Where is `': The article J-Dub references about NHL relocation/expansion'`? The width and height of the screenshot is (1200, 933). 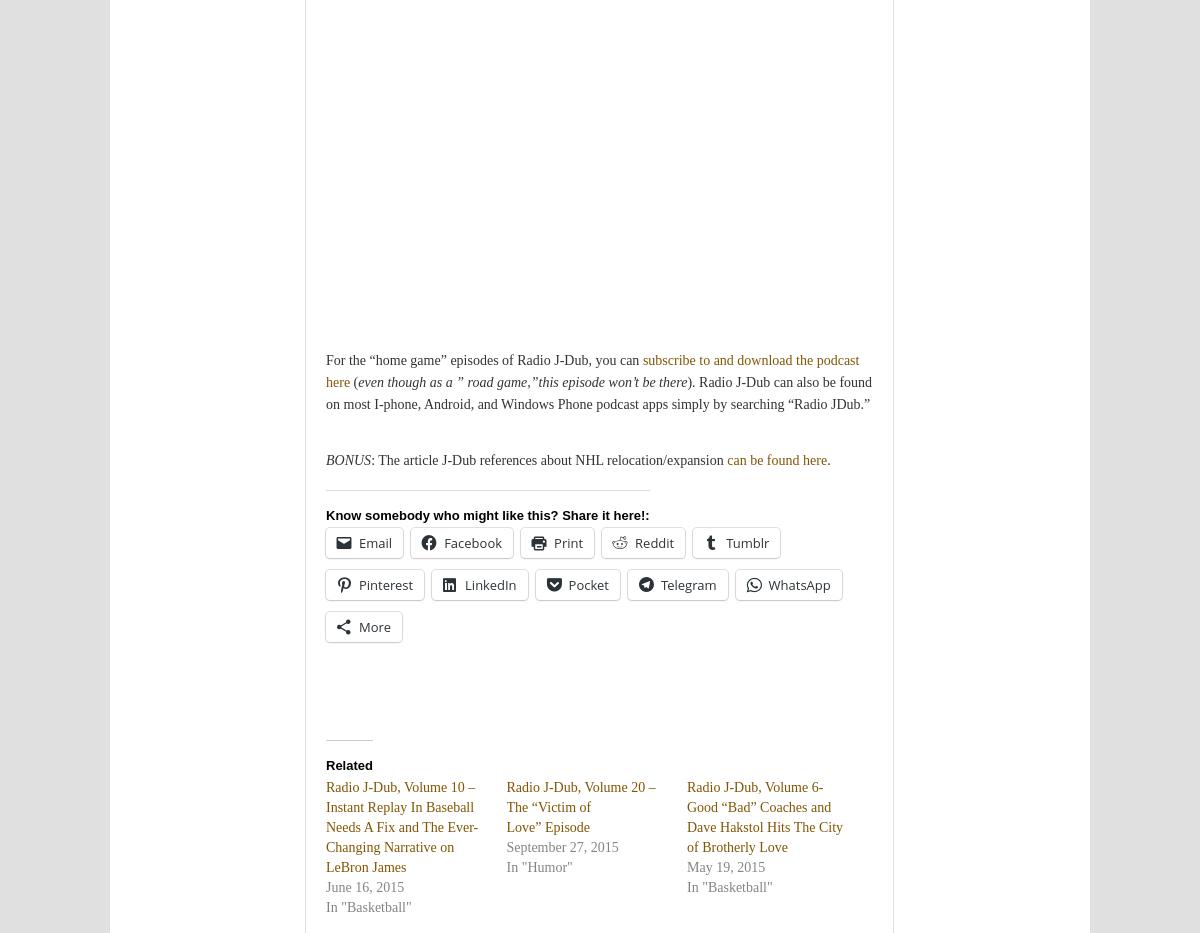
': The article J-Dub references about NHL relocation/expansion' is located at coordinates (371, 459).